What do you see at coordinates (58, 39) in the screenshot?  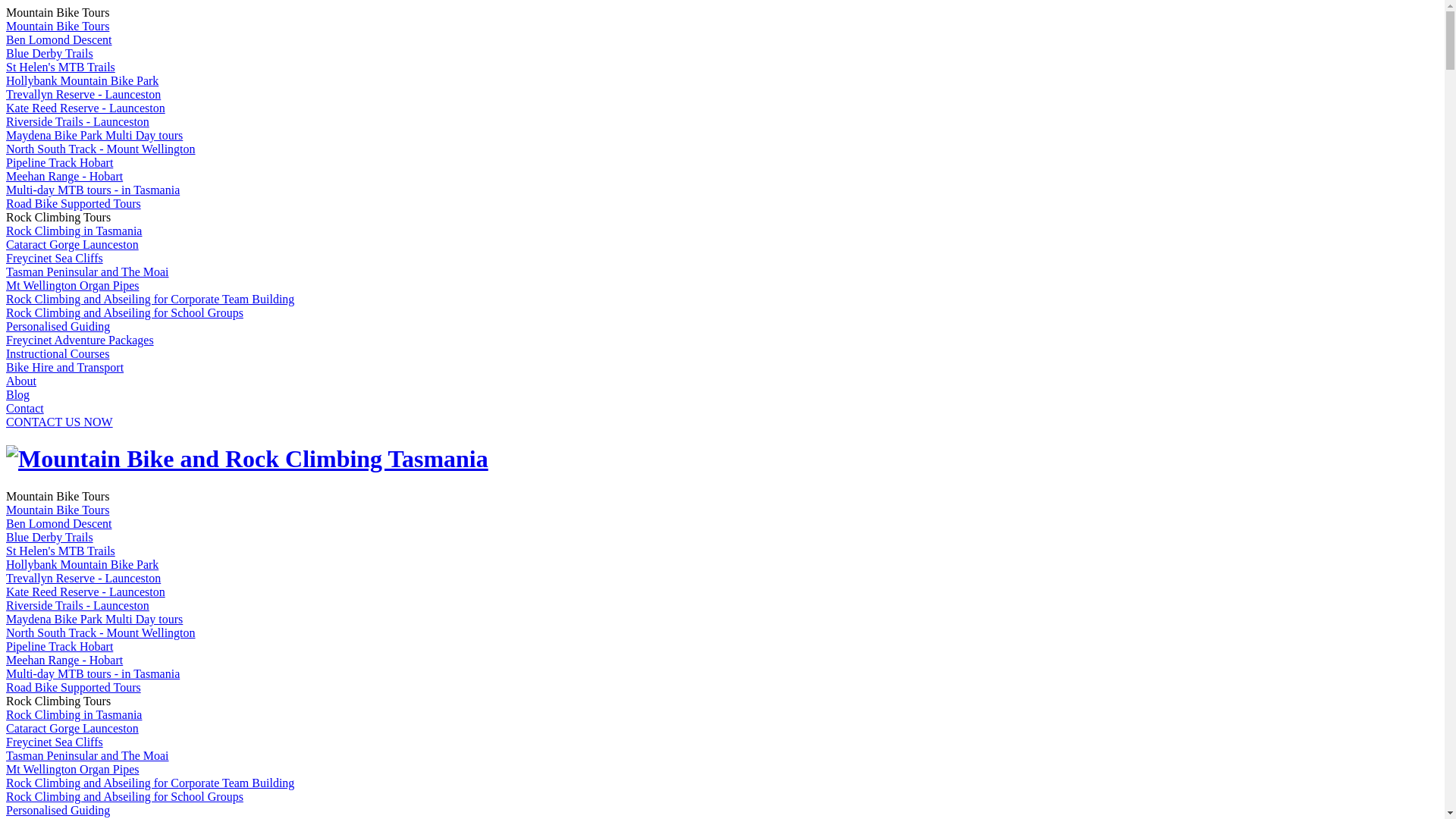 I see `'Ben Lomond Descent'` at bounding box center [58, 39].